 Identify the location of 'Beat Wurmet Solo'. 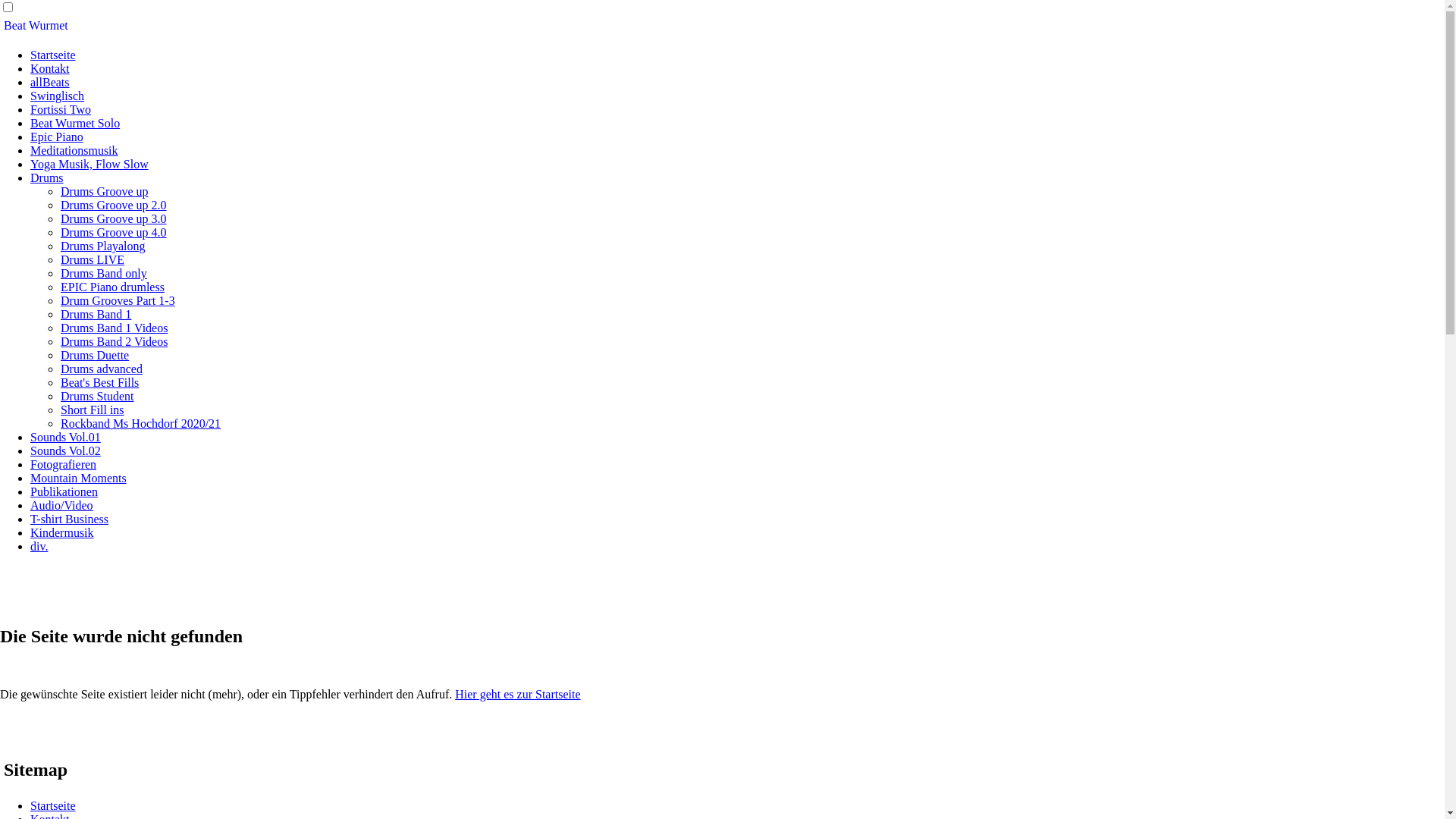
(74, 122).